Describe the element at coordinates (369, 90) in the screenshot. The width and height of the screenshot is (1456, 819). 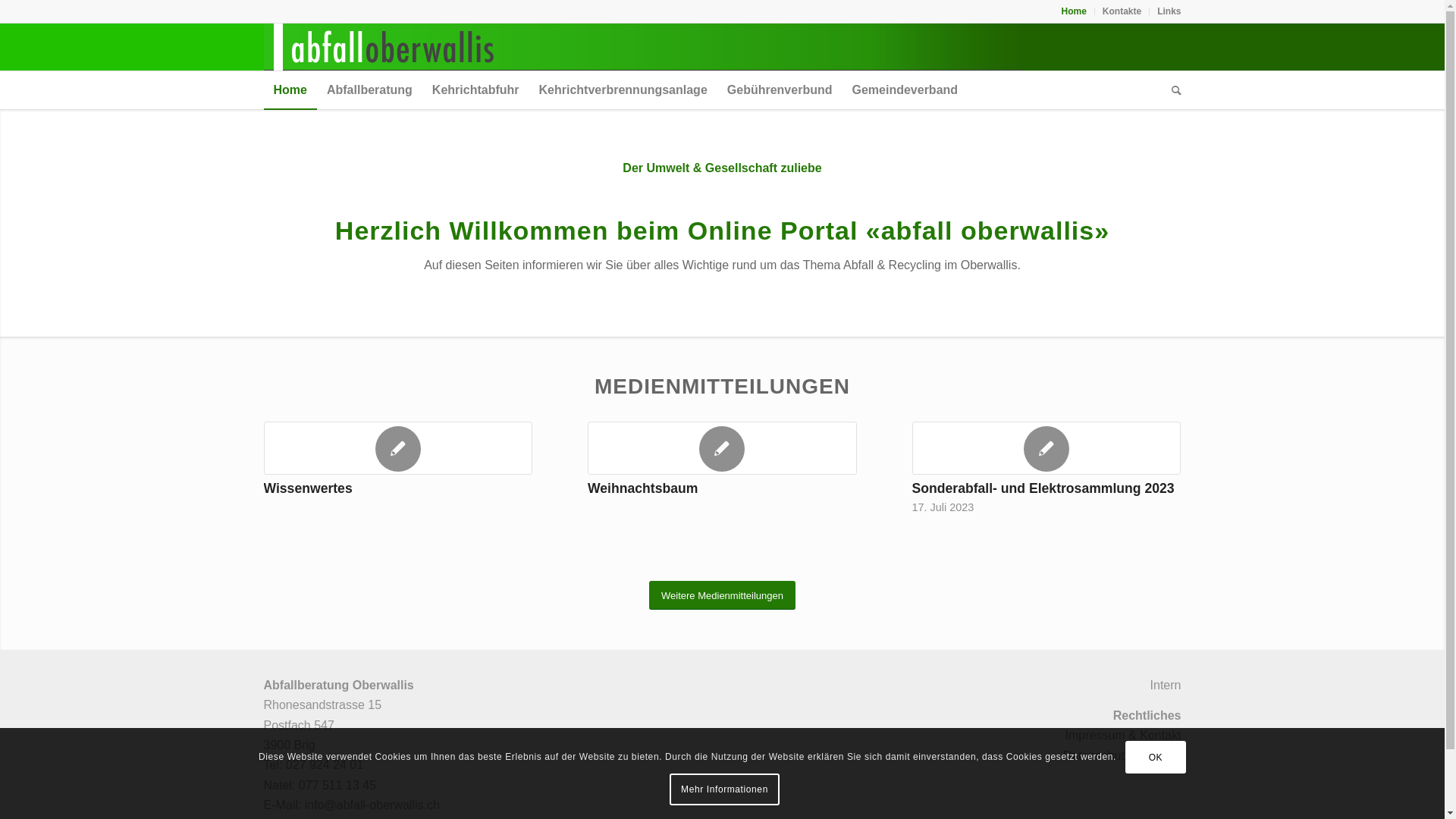
I see `'Abfallberatung'` at that location.